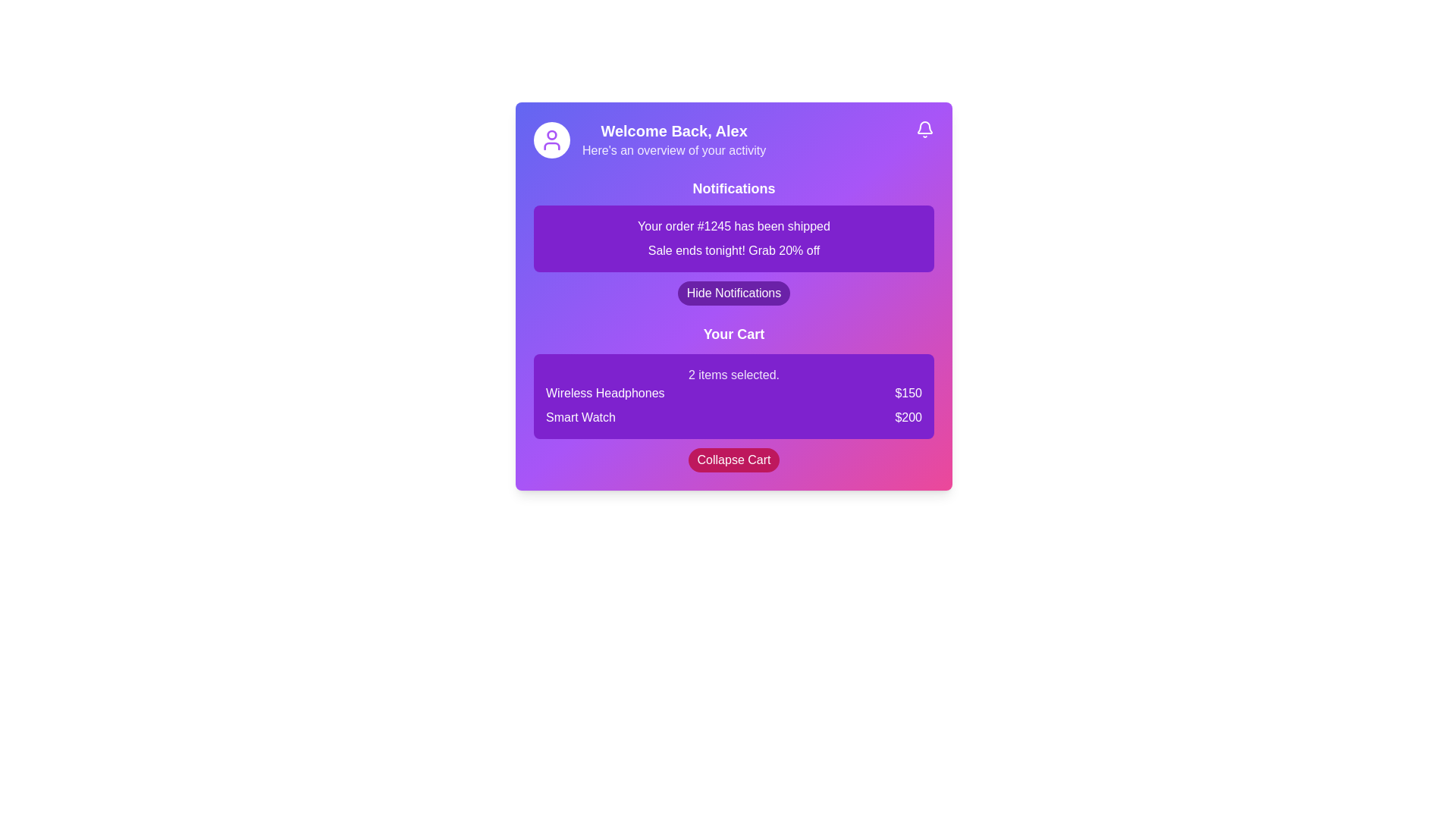 Image resolution: width=1456 pixels, height=819 pixels. Describe the element at coordinates (734, 227) in the screenshot. I see `the text label displaying the message 'Your order #1245 has been shipped', which is styled with white text on a purple background within a notification card` at that location.